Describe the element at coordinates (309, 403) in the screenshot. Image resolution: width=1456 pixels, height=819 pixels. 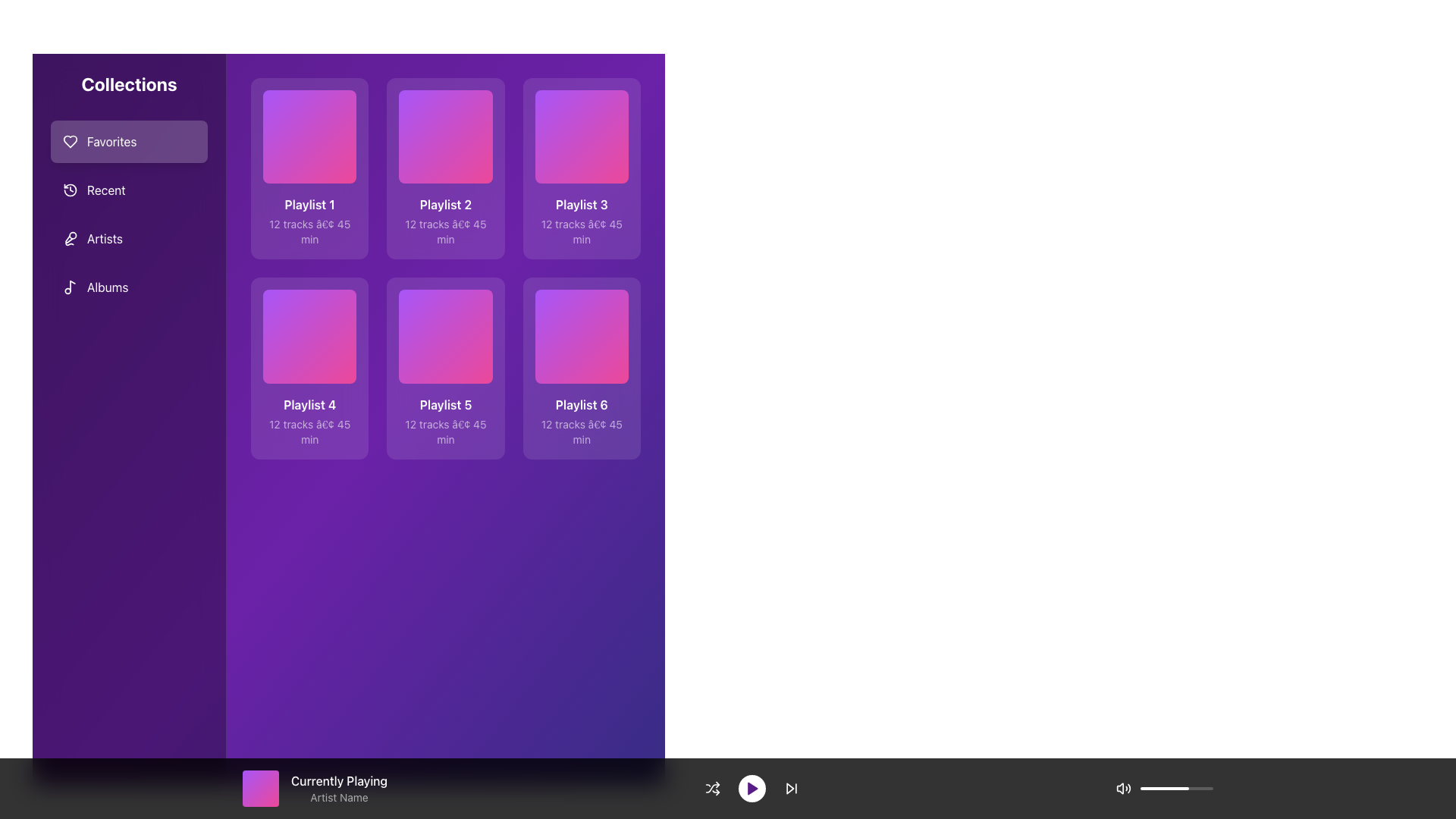
I see `the title text label of the playlist located in the second row, first column under the 'Collections' section, which helps users identify the playlist by name` at that location.